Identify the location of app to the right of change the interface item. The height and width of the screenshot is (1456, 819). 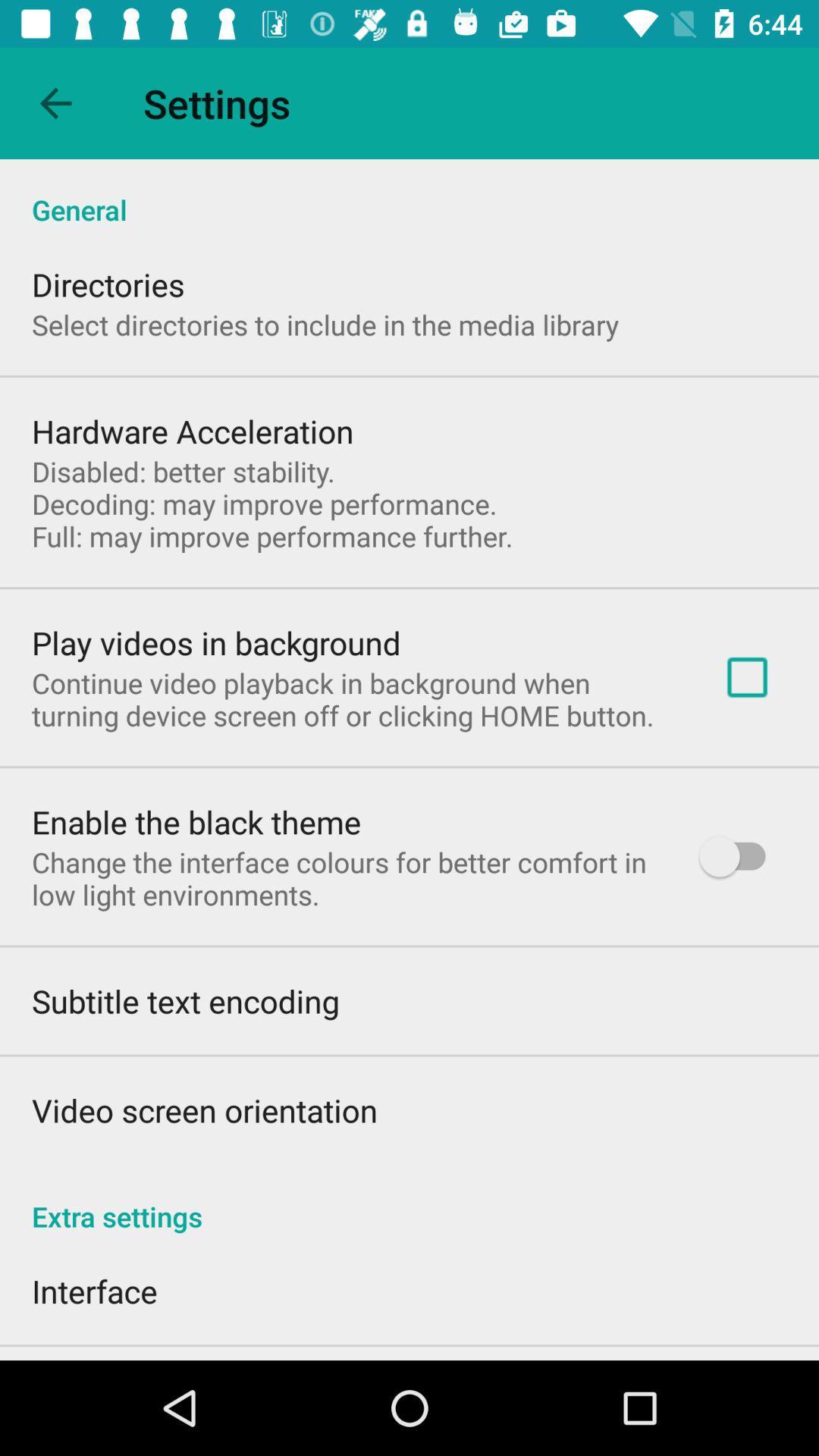
(739, 856).